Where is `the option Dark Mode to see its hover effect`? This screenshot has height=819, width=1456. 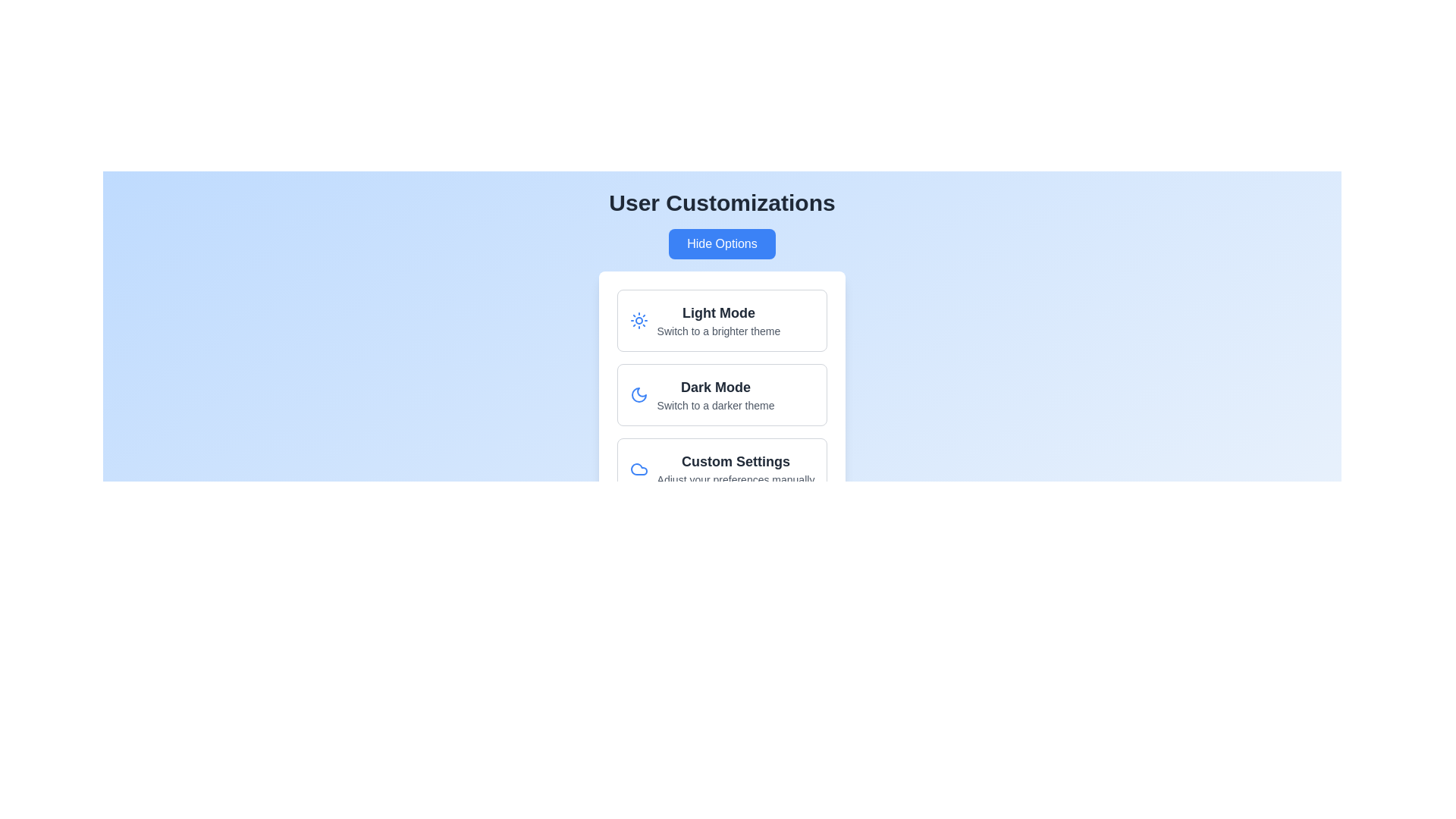
the option Dark Mode to see its hover effect is located at coordinates (721, 394).